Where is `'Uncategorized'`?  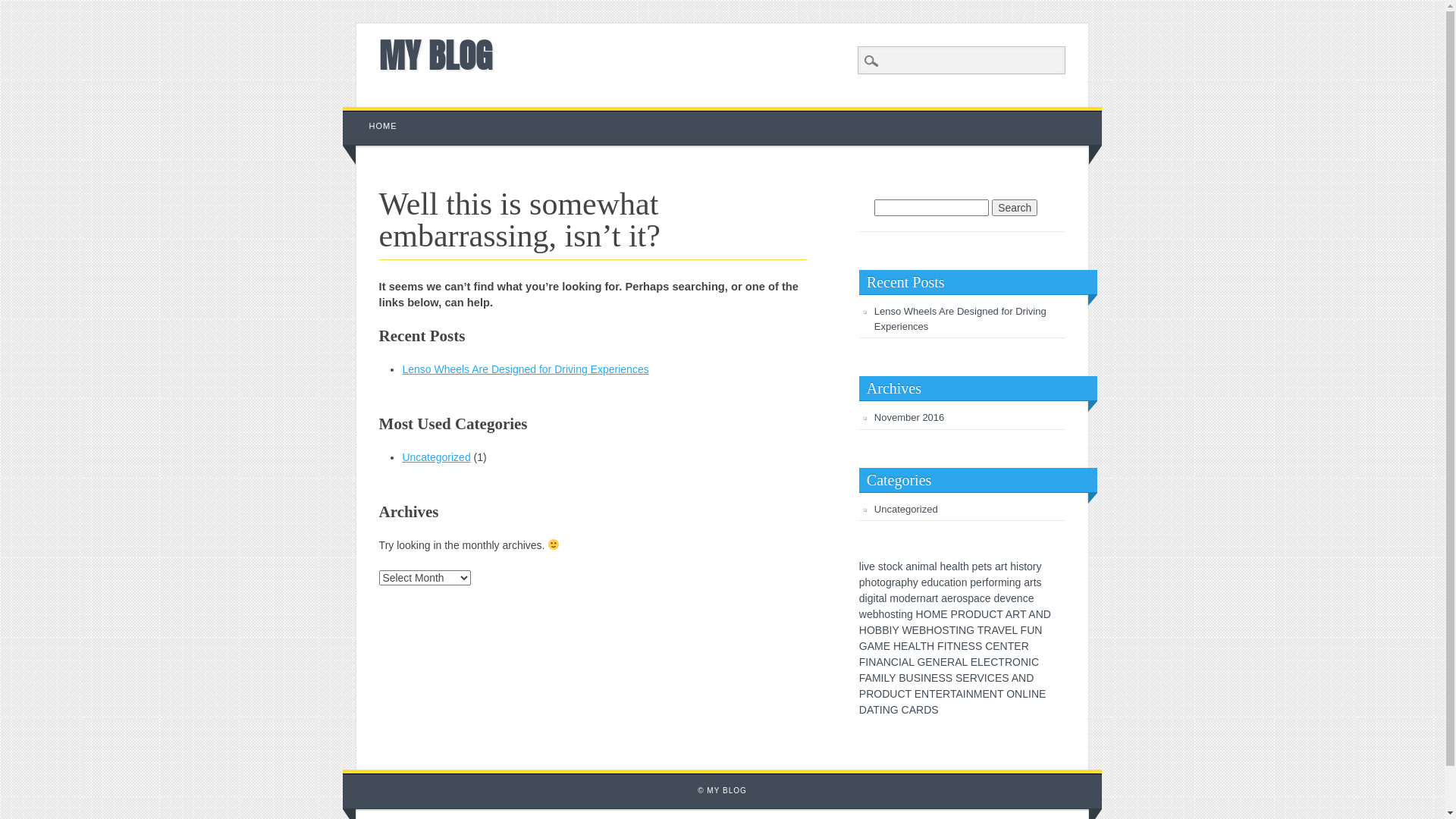
'Uncategorized' is located at coordinates (906, 509).